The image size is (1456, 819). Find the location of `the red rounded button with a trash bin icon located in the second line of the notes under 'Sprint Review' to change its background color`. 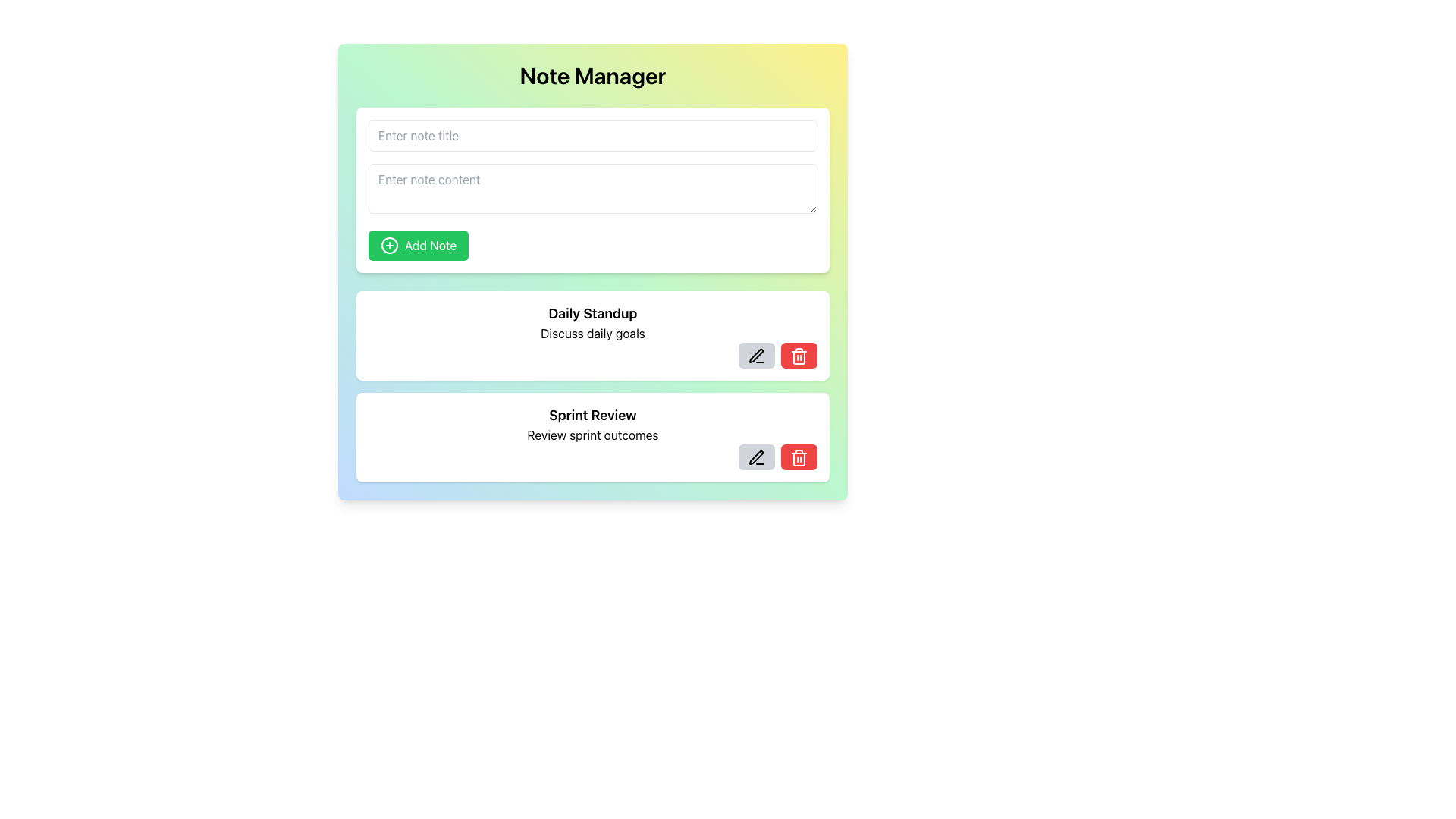

the red rounded button with a trash bin icon located in the second line of the notes under 'Sprint Review' to change its background color is located at coordinates (799, 455).